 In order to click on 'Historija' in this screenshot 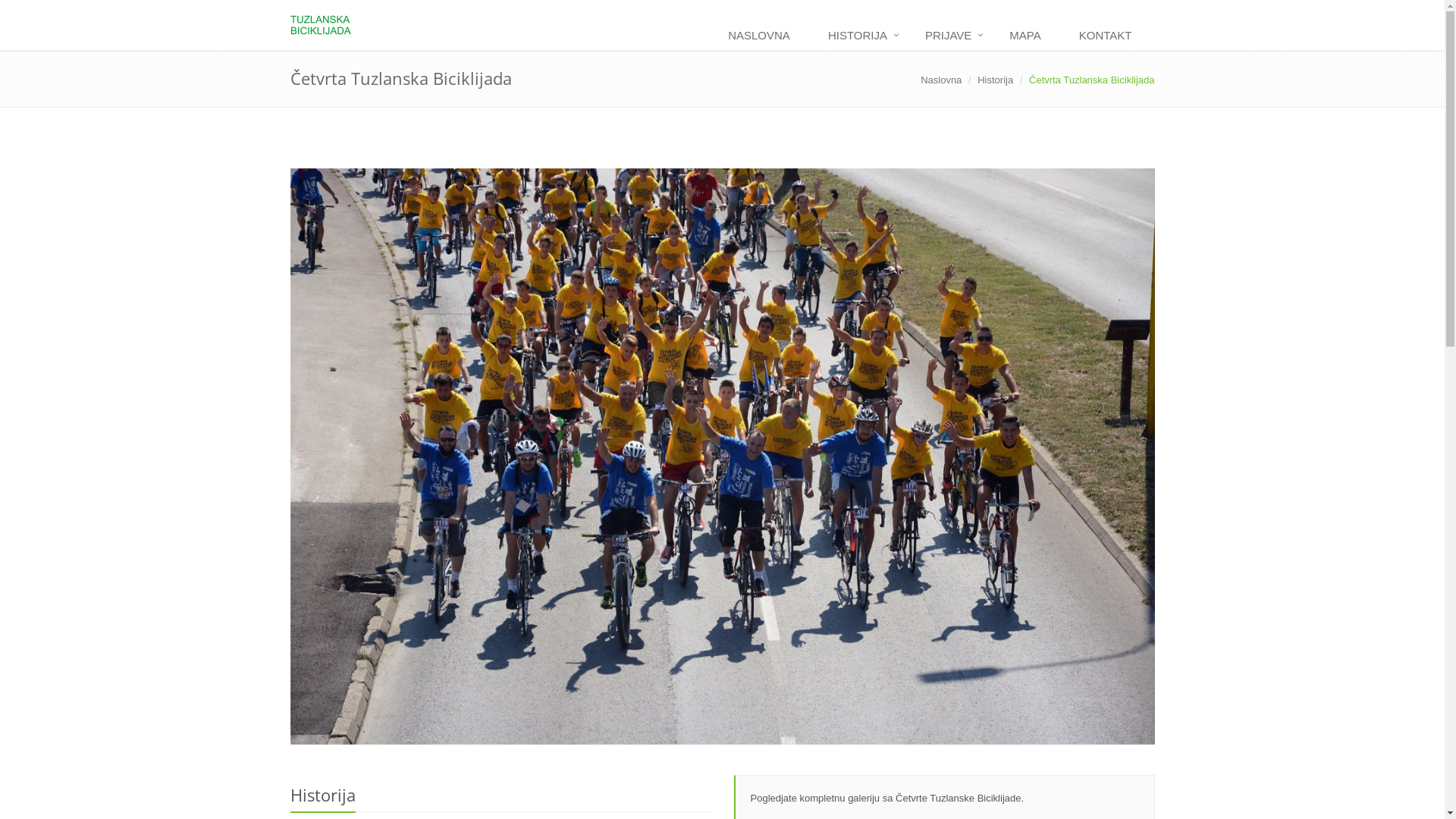, I will do `click(995, 80)`.